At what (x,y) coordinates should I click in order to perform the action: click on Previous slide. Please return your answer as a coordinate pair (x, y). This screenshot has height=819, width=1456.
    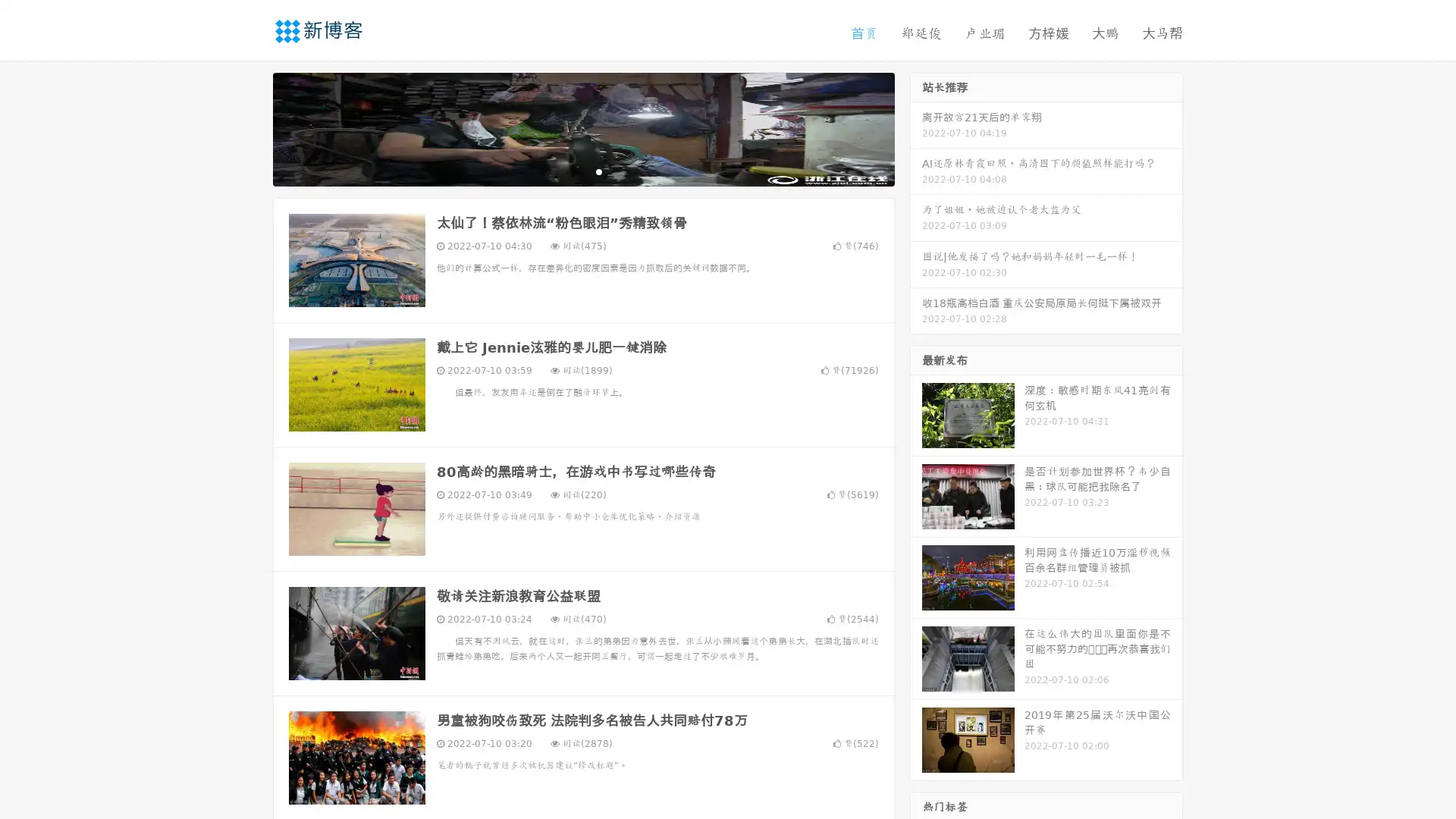
    Looking at the image, I should click on (250, 127).